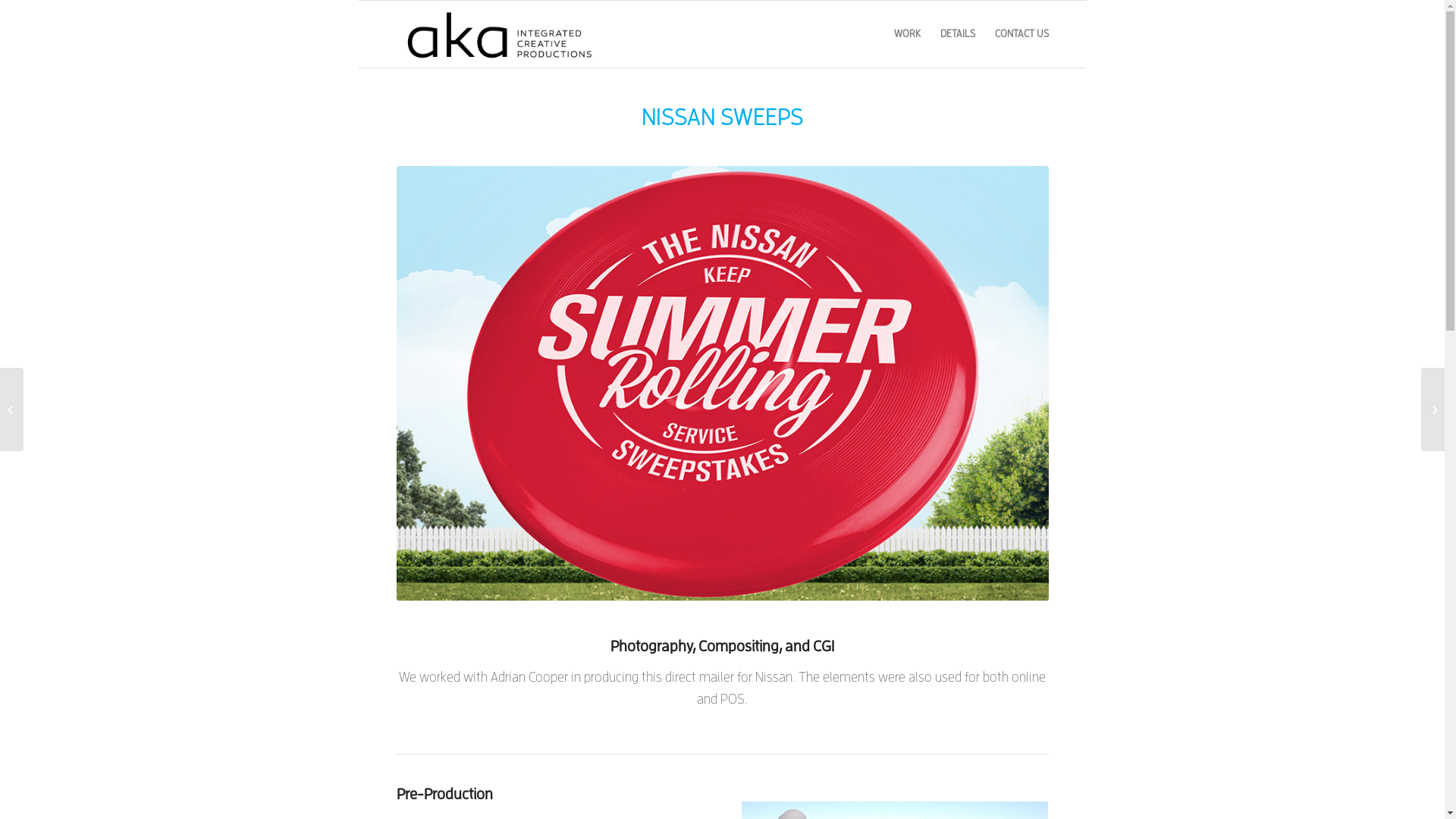 This screenshot has width=1456, height=819. What do you see at coordinates (1015, 34) in the screenshot?
I see `'CONTACT US'` at bounding box center [1015, 34].